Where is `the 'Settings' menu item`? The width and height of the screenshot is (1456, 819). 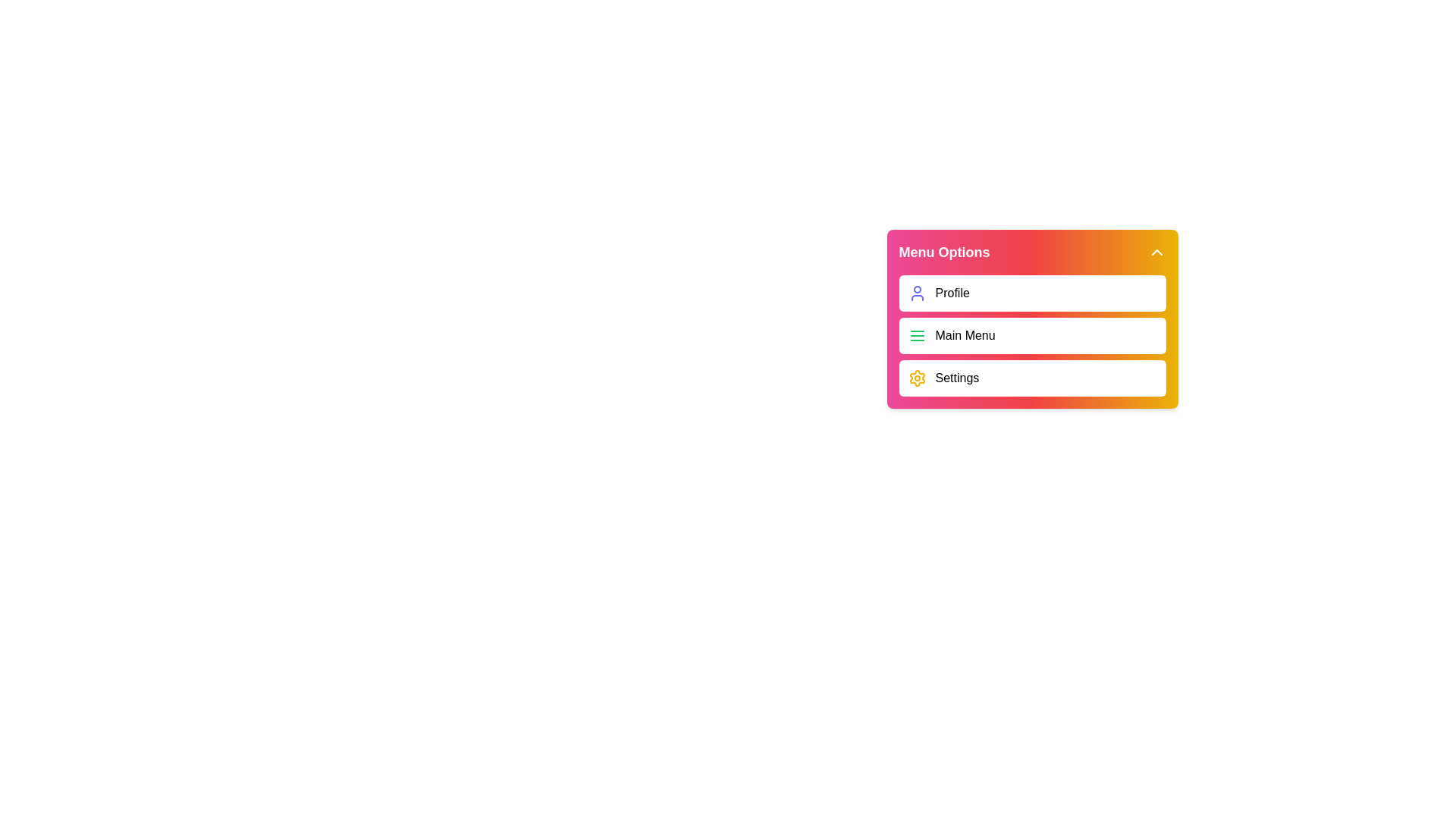 the 'Settings' menu item is located at coordinates (1031, 377).